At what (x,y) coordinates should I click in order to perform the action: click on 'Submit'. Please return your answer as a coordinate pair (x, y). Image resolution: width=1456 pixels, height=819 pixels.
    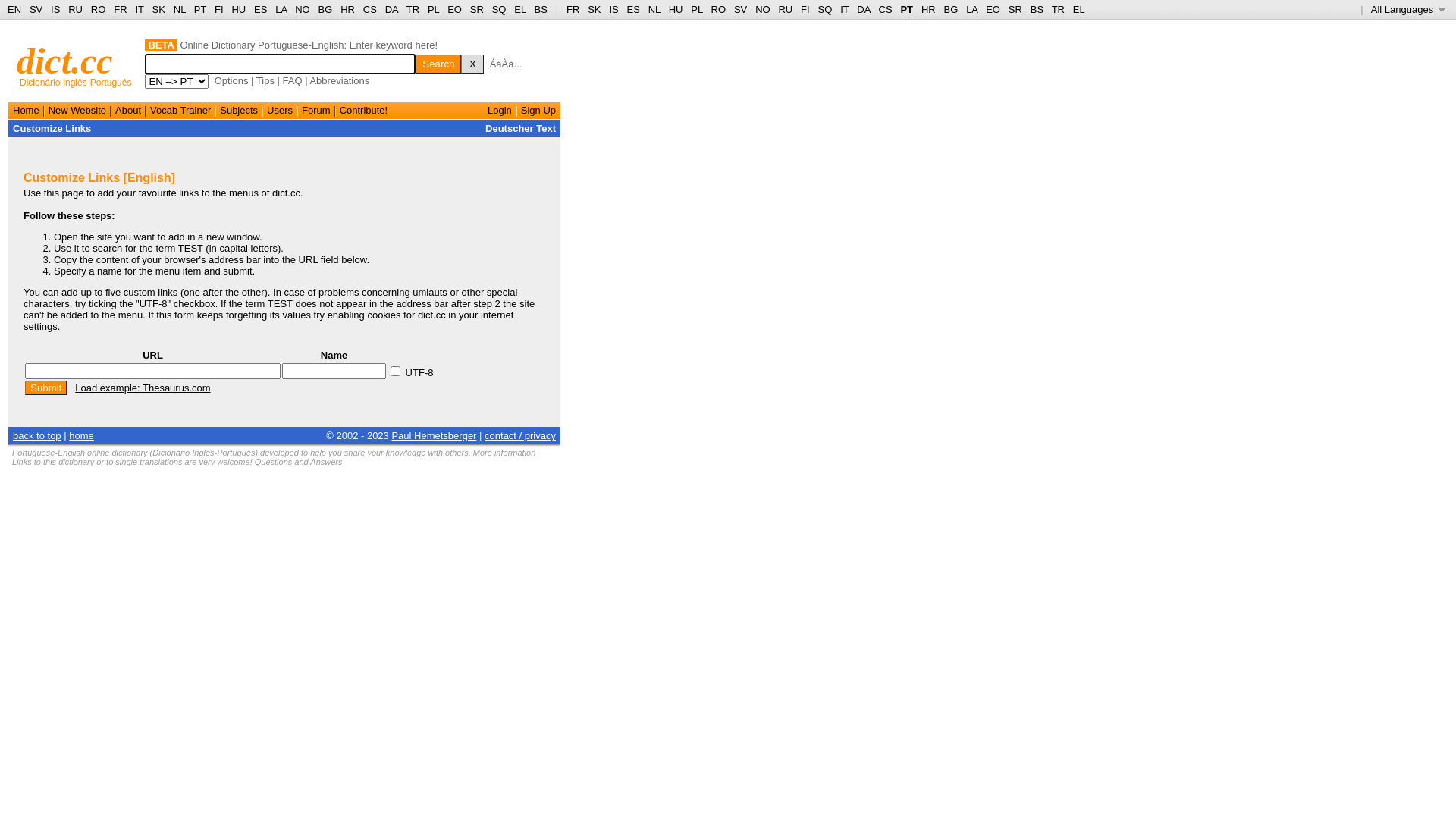
    Looking at the image, I should click on (45, 387).